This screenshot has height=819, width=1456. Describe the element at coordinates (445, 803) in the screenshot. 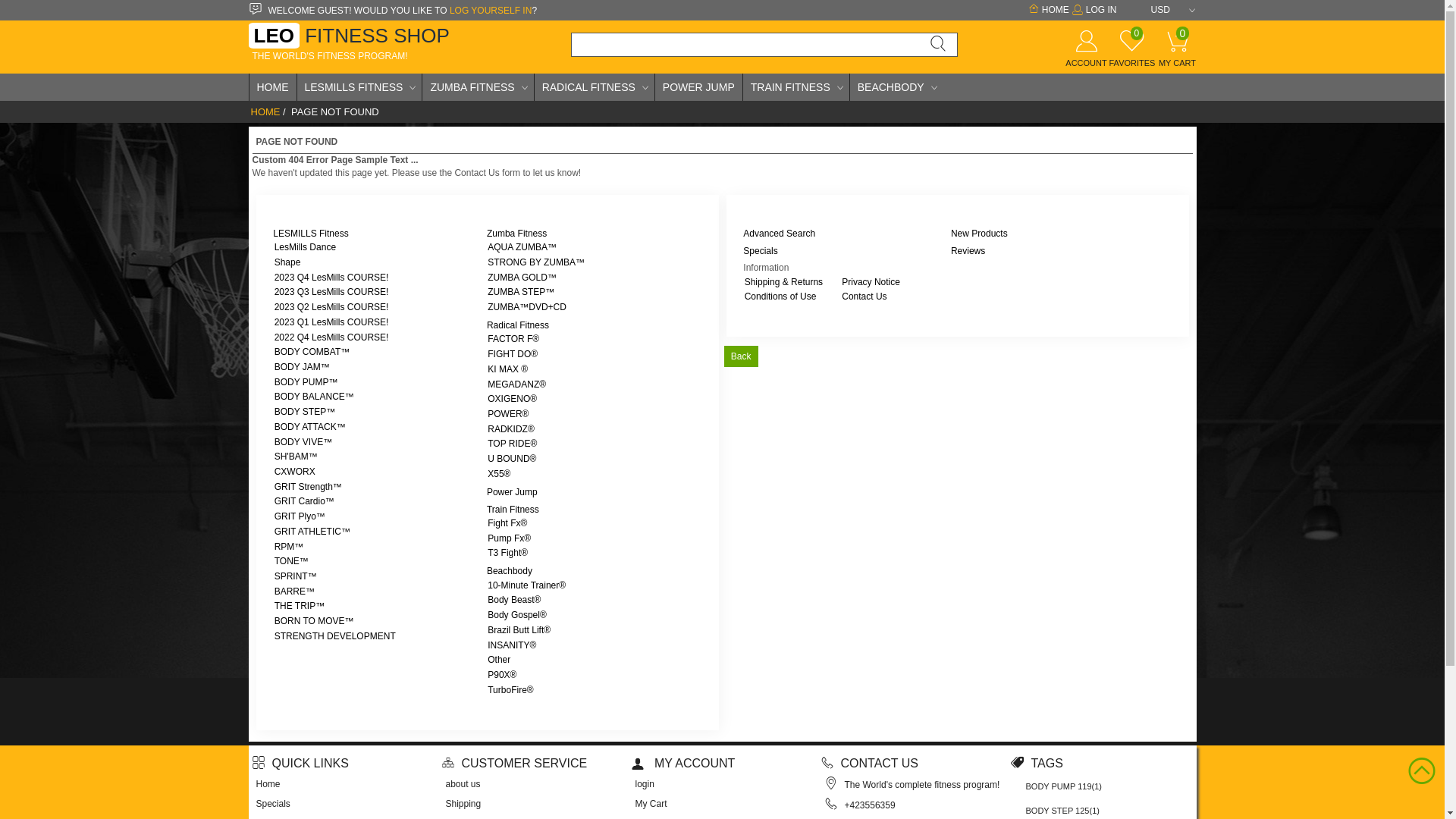

I see `'Shipping'` at that location.